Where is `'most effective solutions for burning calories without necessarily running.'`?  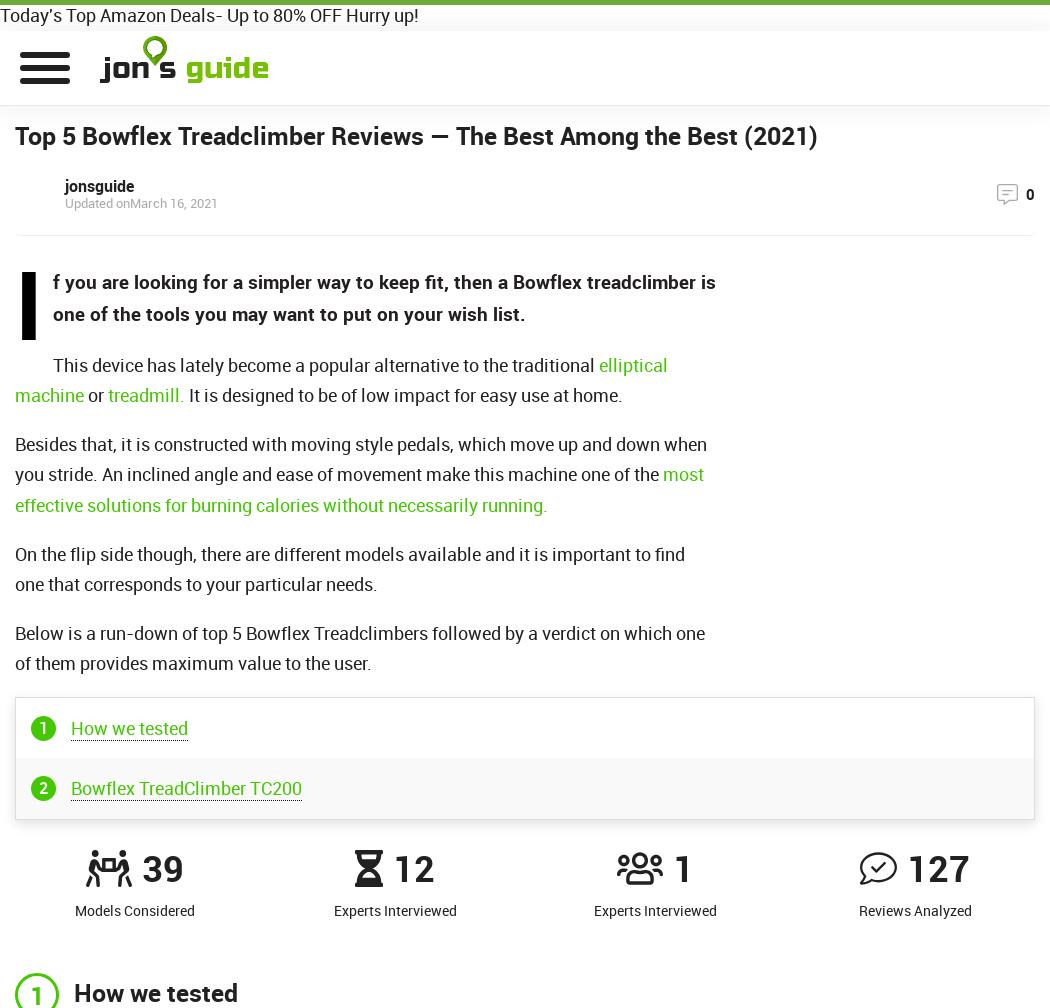 'most effective solutions for burning calories without necessarily running.' is located at coordinates (358, 488).